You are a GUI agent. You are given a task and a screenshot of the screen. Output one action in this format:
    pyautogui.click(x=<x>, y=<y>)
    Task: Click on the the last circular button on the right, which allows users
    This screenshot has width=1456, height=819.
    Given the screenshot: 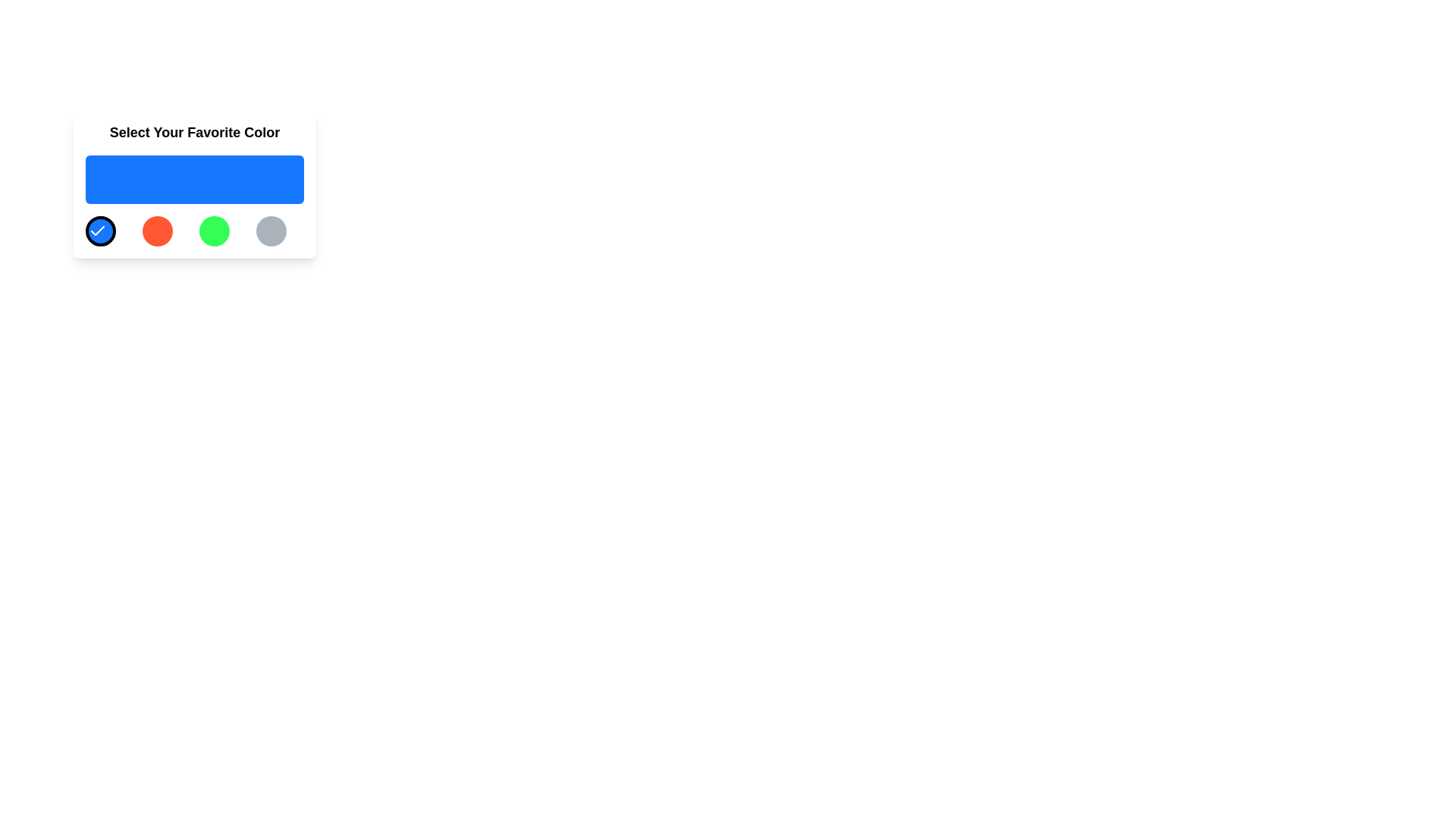 What is the action you would take?
    pyautogui.click(x=271, y=231)
    